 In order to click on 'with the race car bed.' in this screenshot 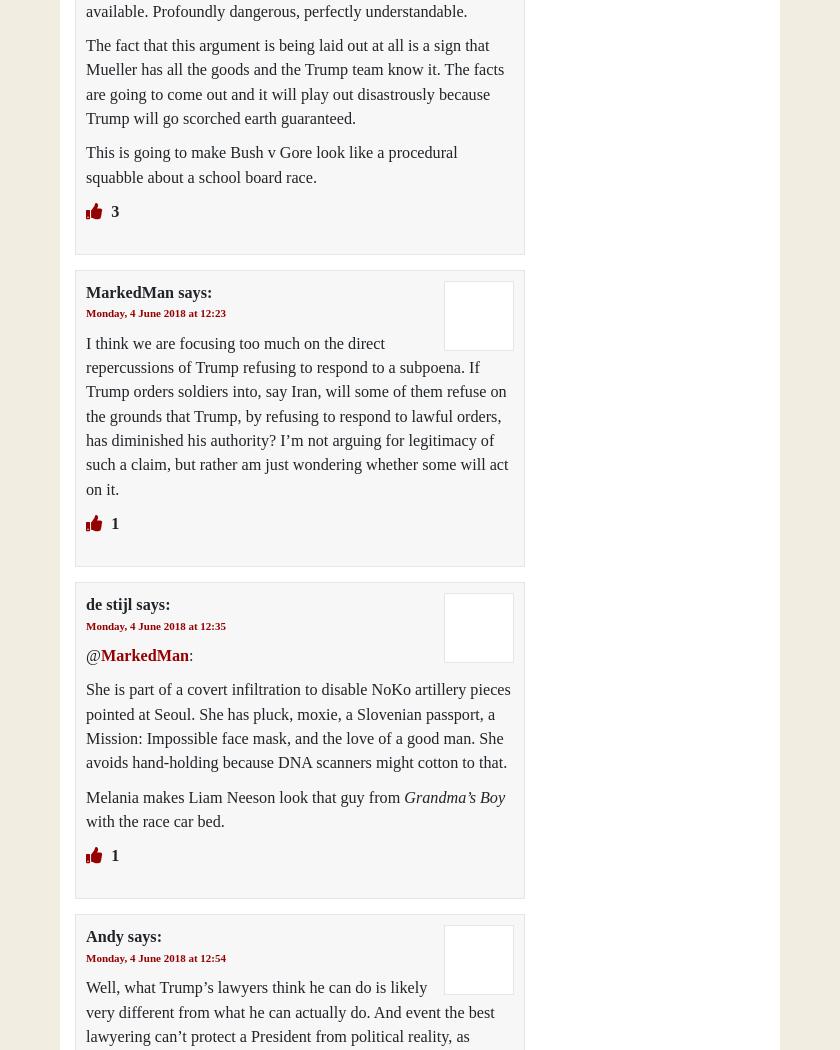, I will do `click(154, 819)`.